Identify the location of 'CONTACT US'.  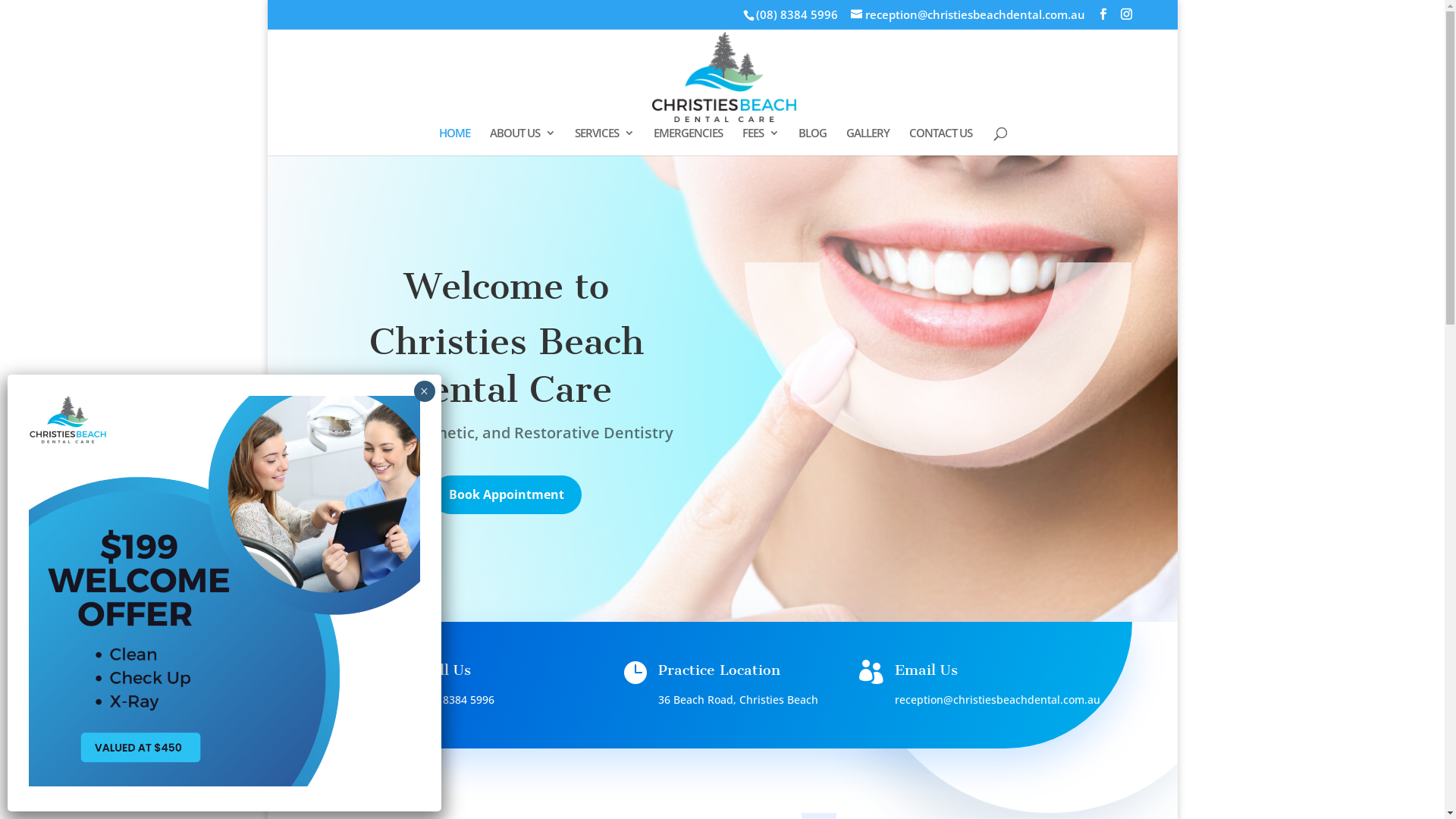
(940, 141).